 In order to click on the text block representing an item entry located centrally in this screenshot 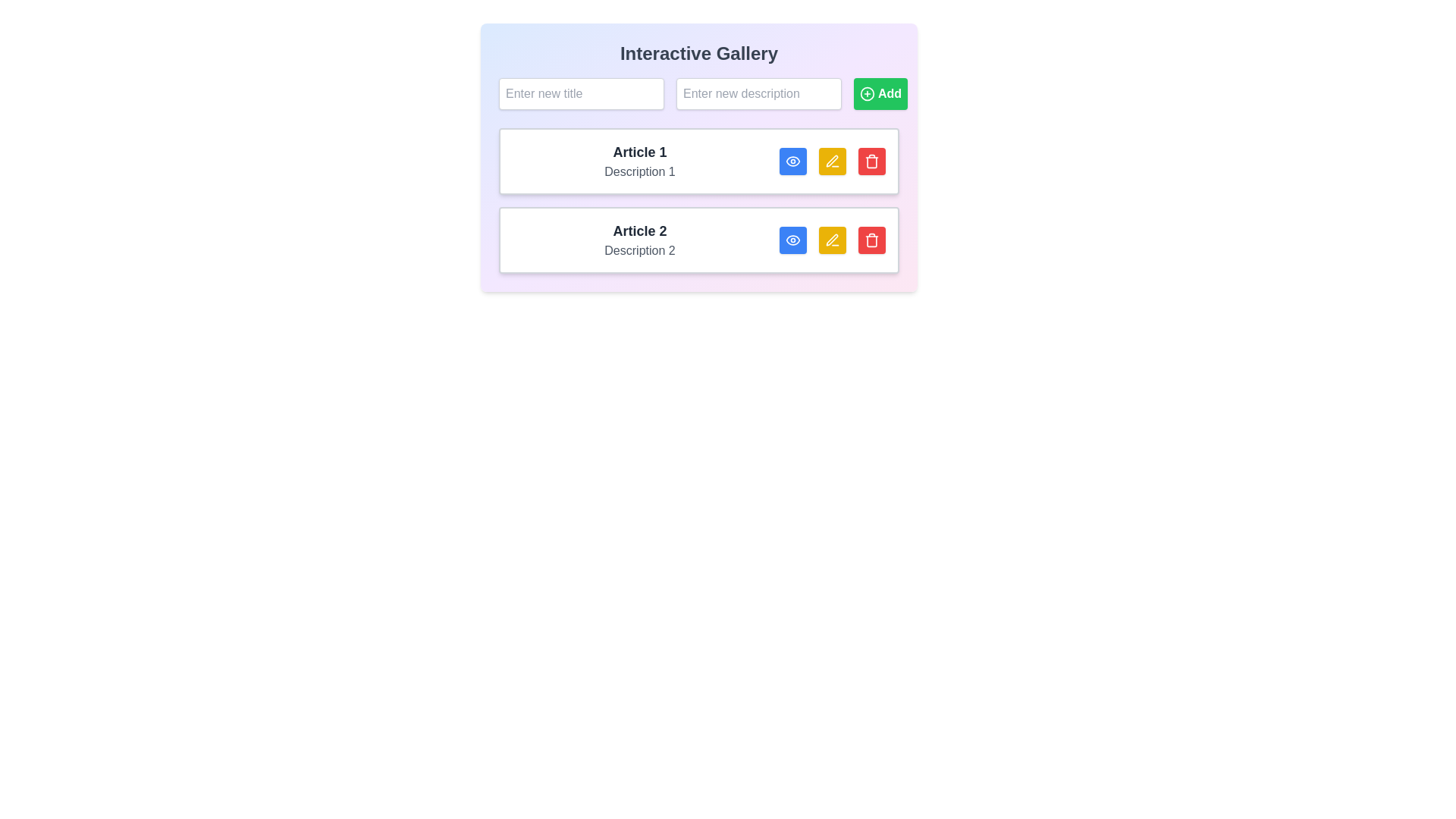, I will do `click(640, 161)`.